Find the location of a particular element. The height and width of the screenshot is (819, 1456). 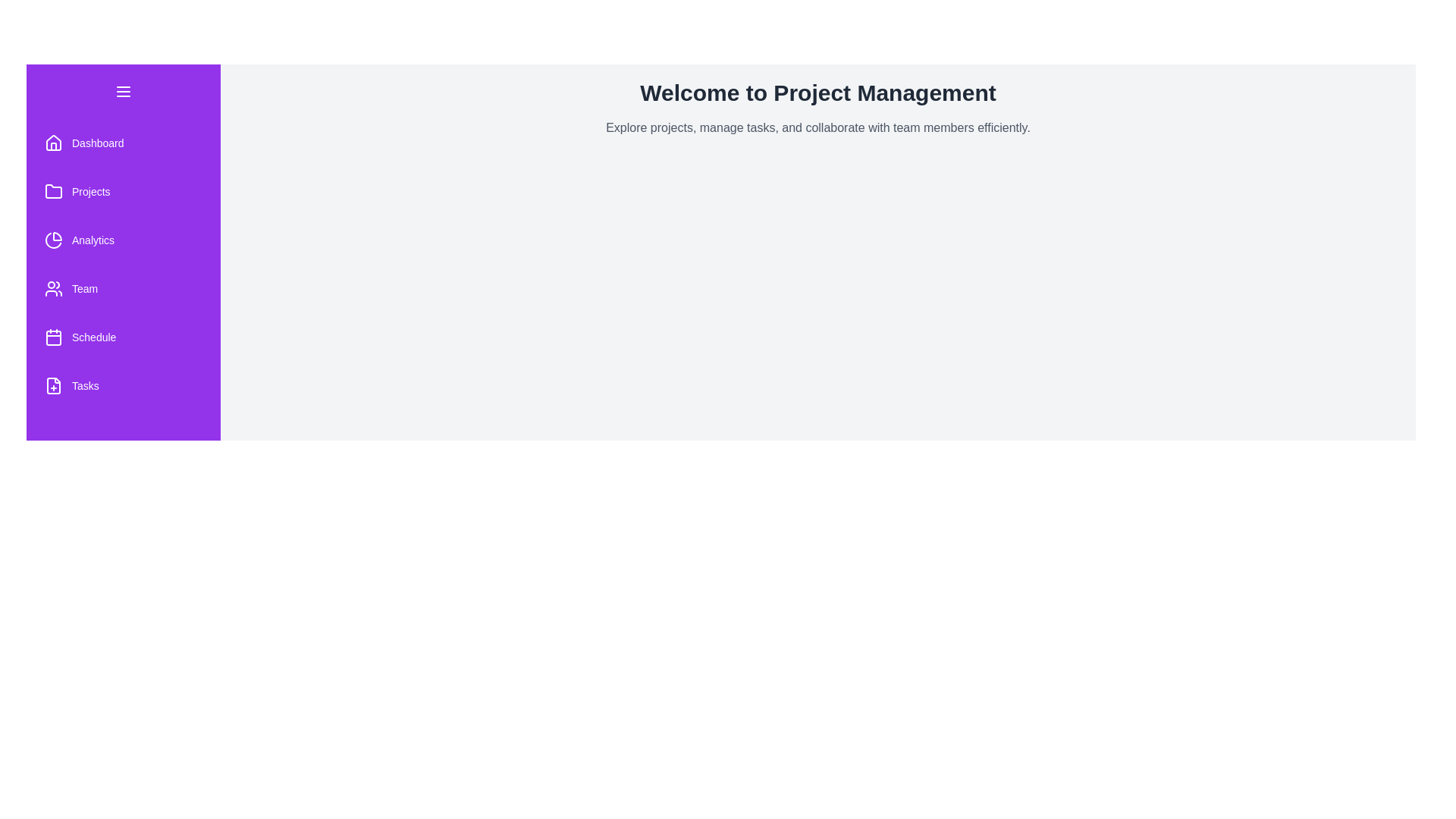

the 'Team' menu item in the drawer is located at coordinates (124, 289).